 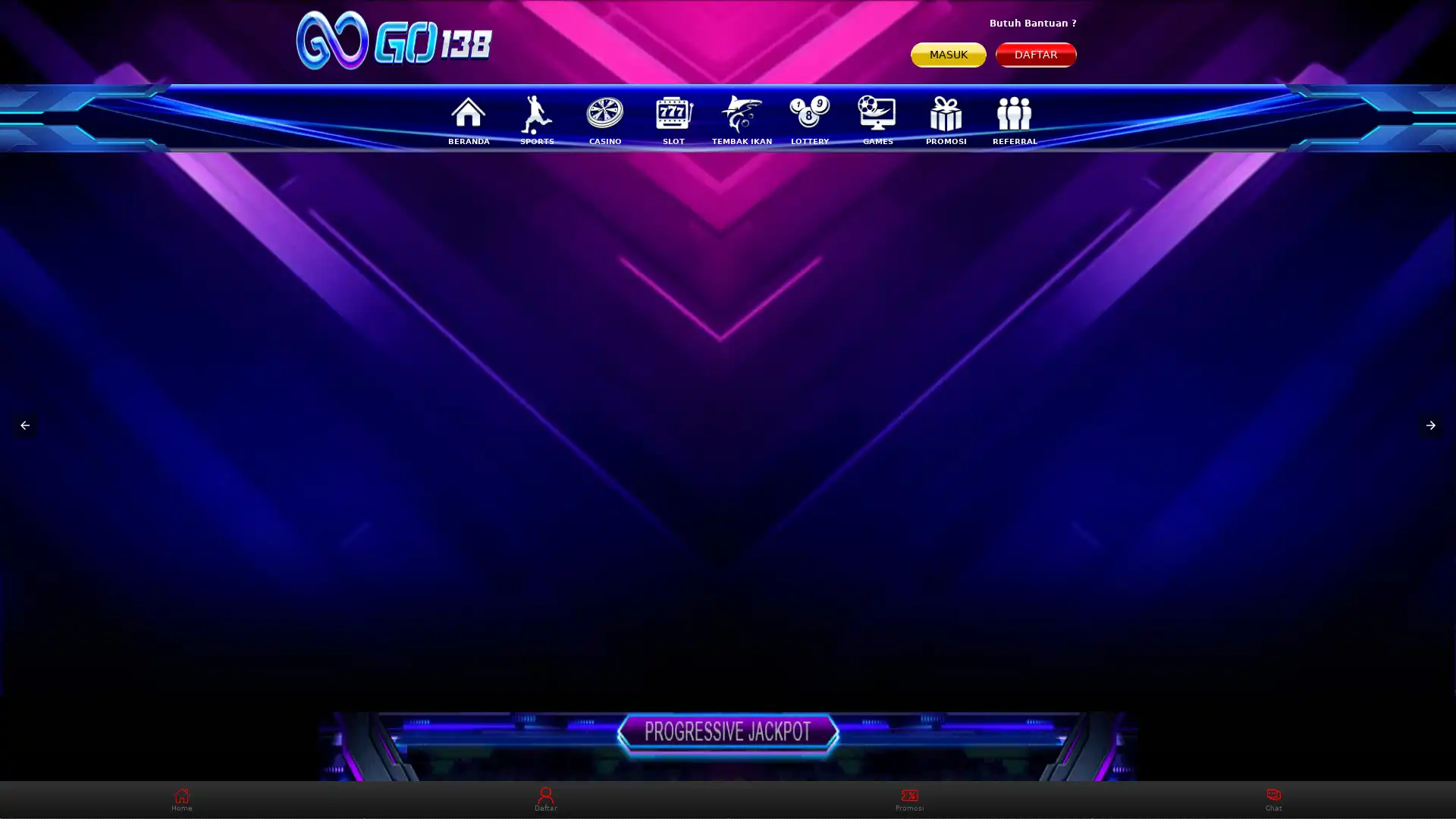 I want to click on Next item in carousel (2 of 4), so click(x=1429, y=425).